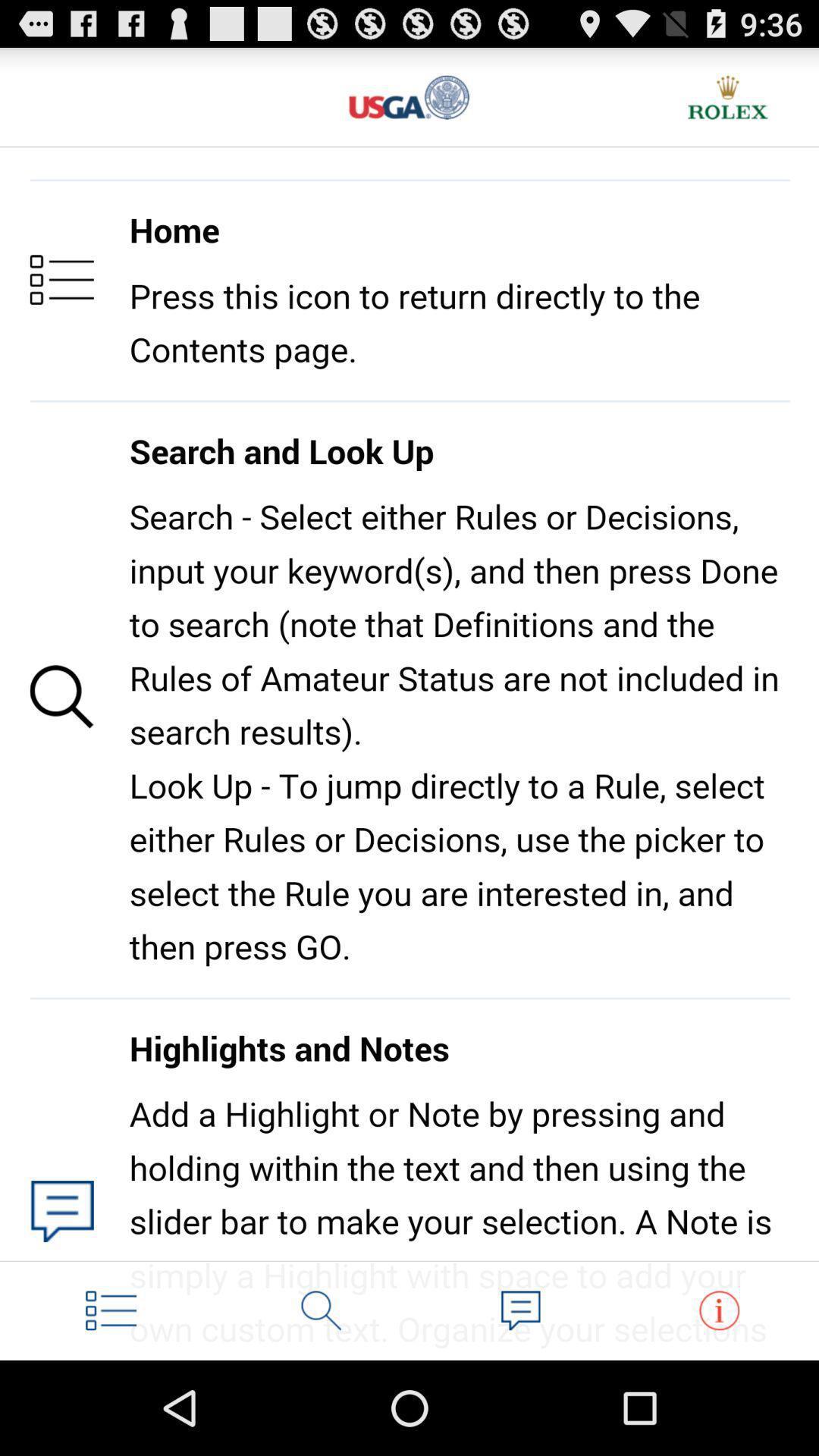  What do you see at coordinates (321, 1310) in the screenshot?
I see `search` at bounding box center [321, 1310].